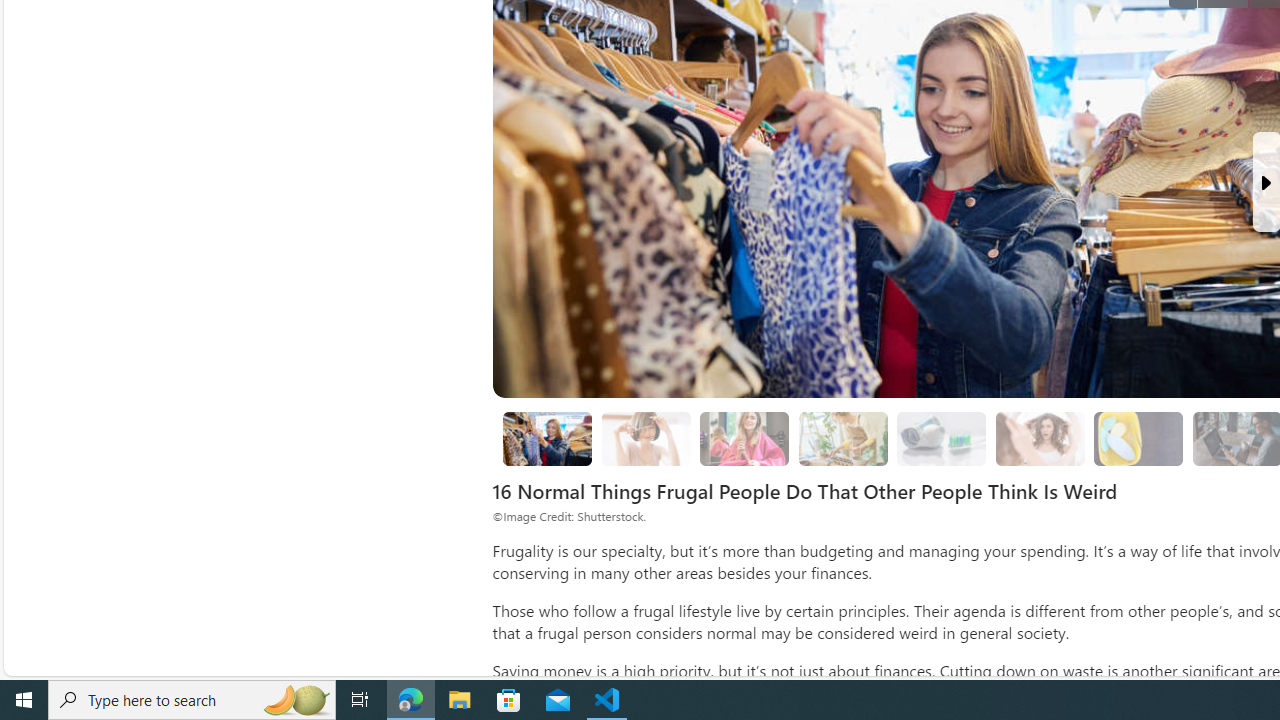  What do you see at coordinates (842, 437) in the screenshot?
I see `'3. Growing From Seeds'` at bounding box center [842, 437].